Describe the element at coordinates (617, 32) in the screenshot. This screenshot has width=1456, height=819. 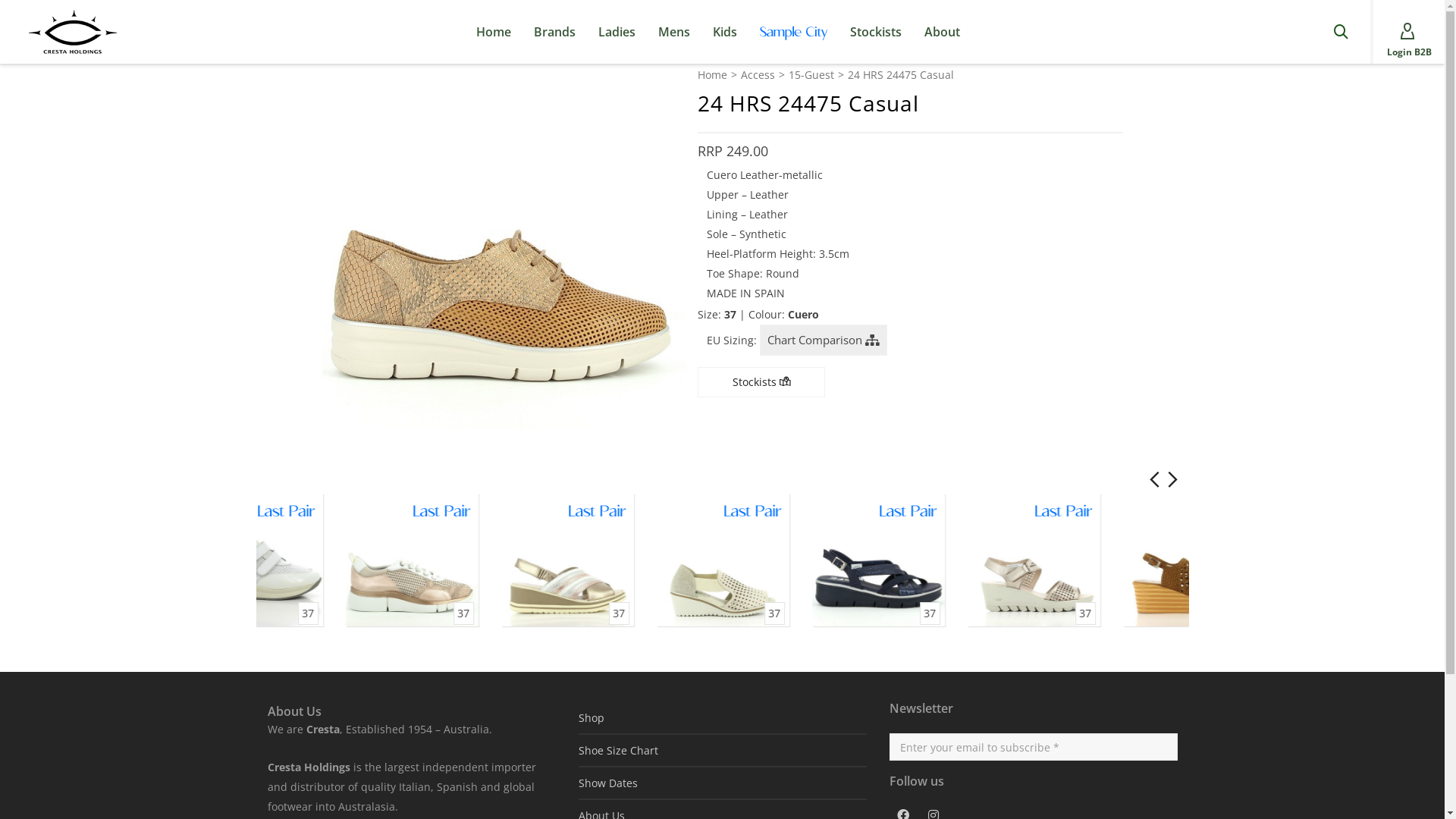
I see `'Ladies'` at that location.